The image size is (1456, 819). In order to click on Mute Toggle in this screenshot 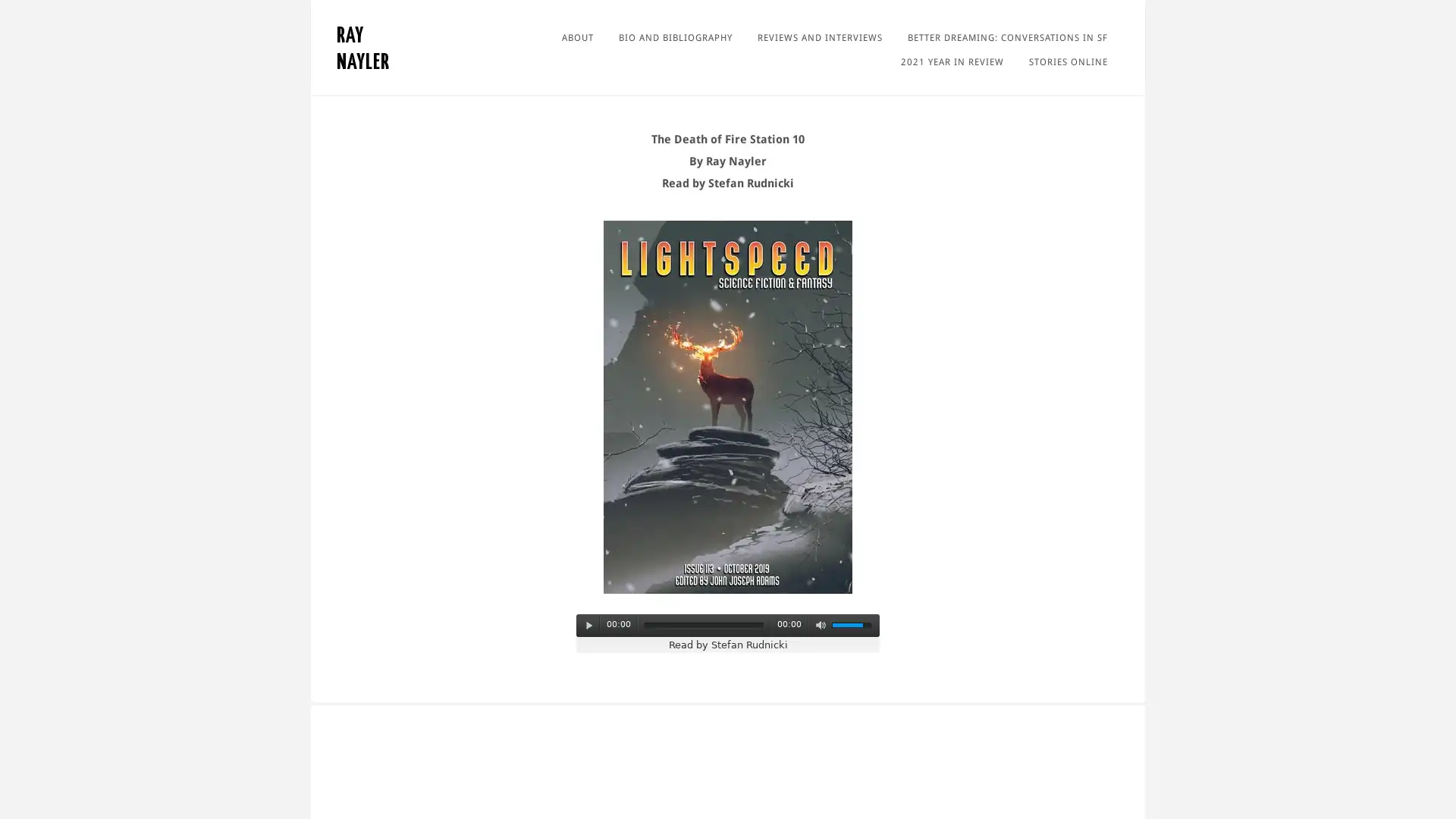, I will do `click(819, 626)`.